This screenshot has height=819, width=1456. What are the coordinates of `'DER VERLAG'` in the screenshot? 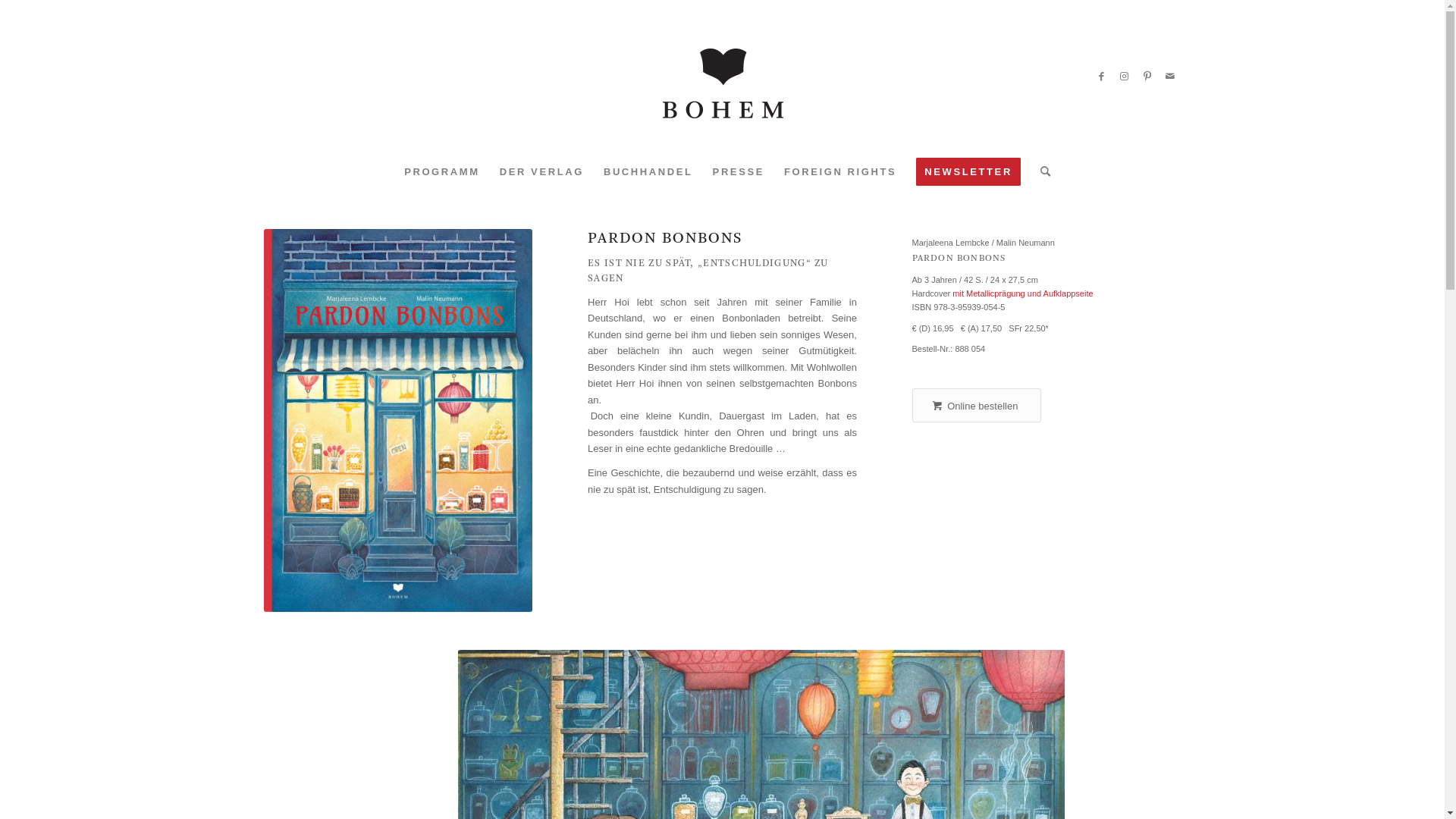 It's located at (541, 171).